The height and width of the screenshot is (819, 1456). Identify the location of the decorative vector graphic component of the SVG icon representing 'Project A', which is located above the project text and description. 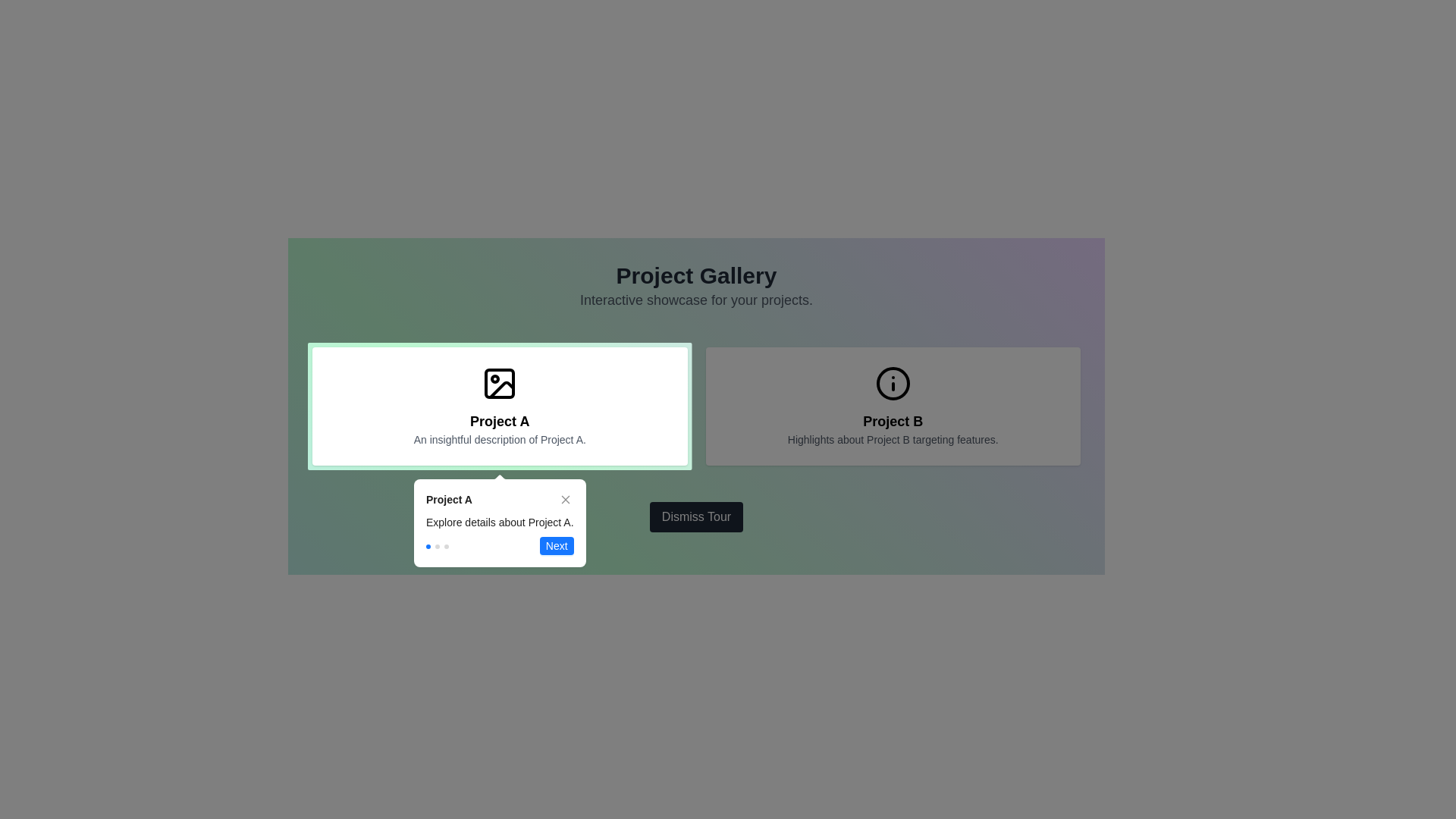
(502, 389).